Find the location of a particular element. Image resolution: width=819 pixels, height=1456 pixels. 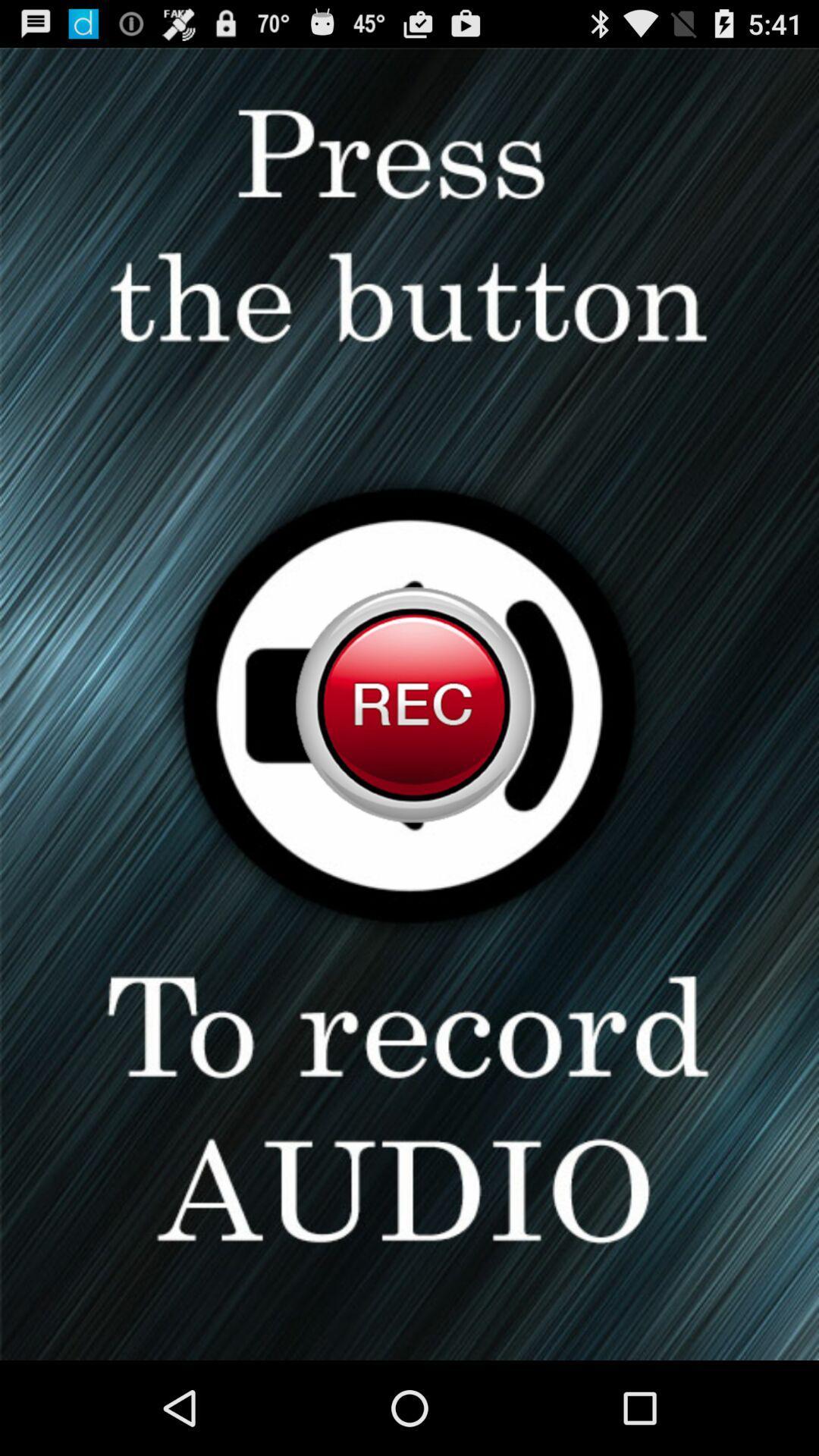

miuse is located at coordinates (409, 703).